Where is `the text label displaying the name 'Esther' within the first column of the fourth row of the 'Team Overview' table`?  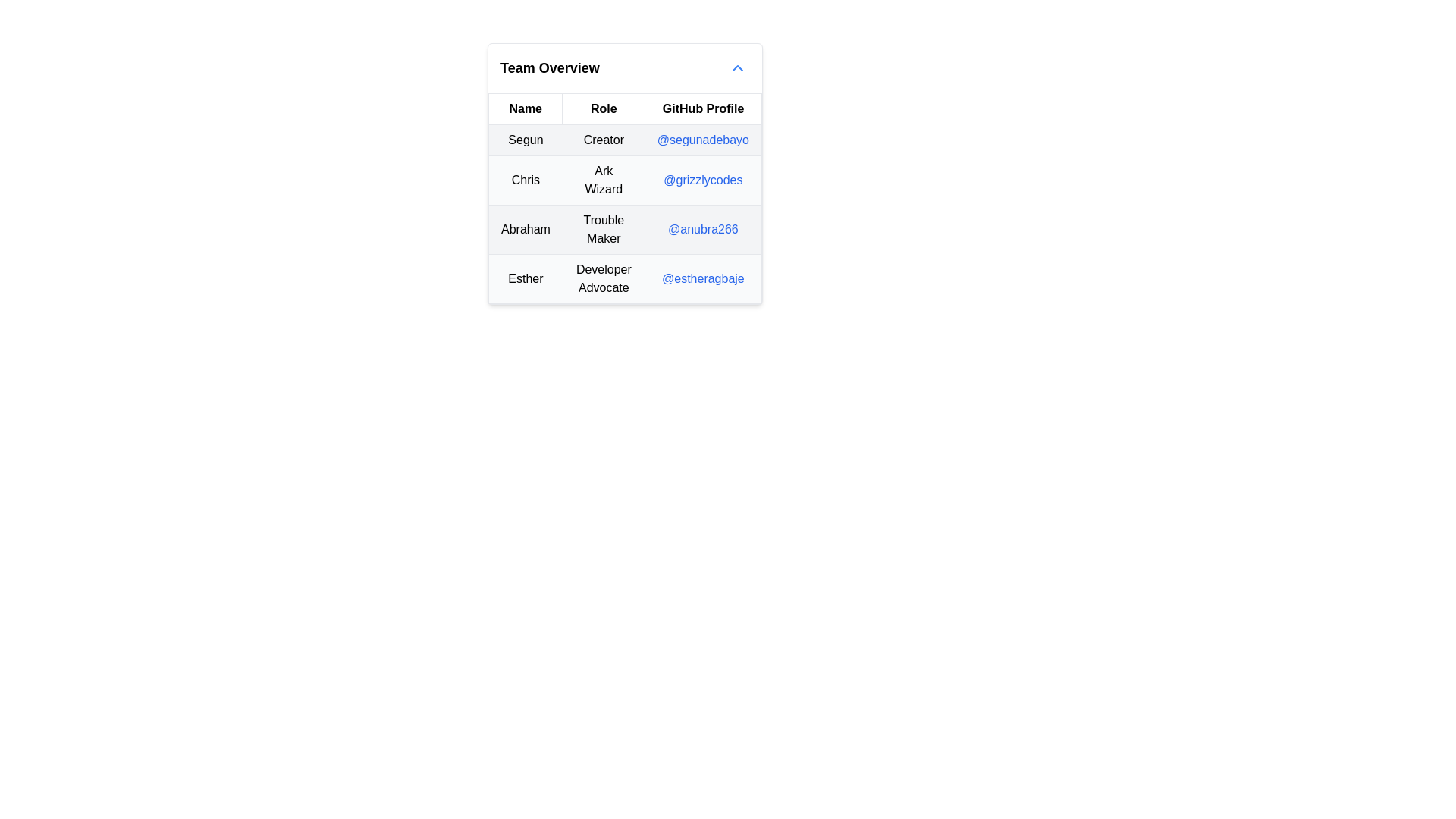 the text label displaying the name 'Esther' within the first column of the fourth row of the 'Team Overview' table is located at coordinates (526, 278).